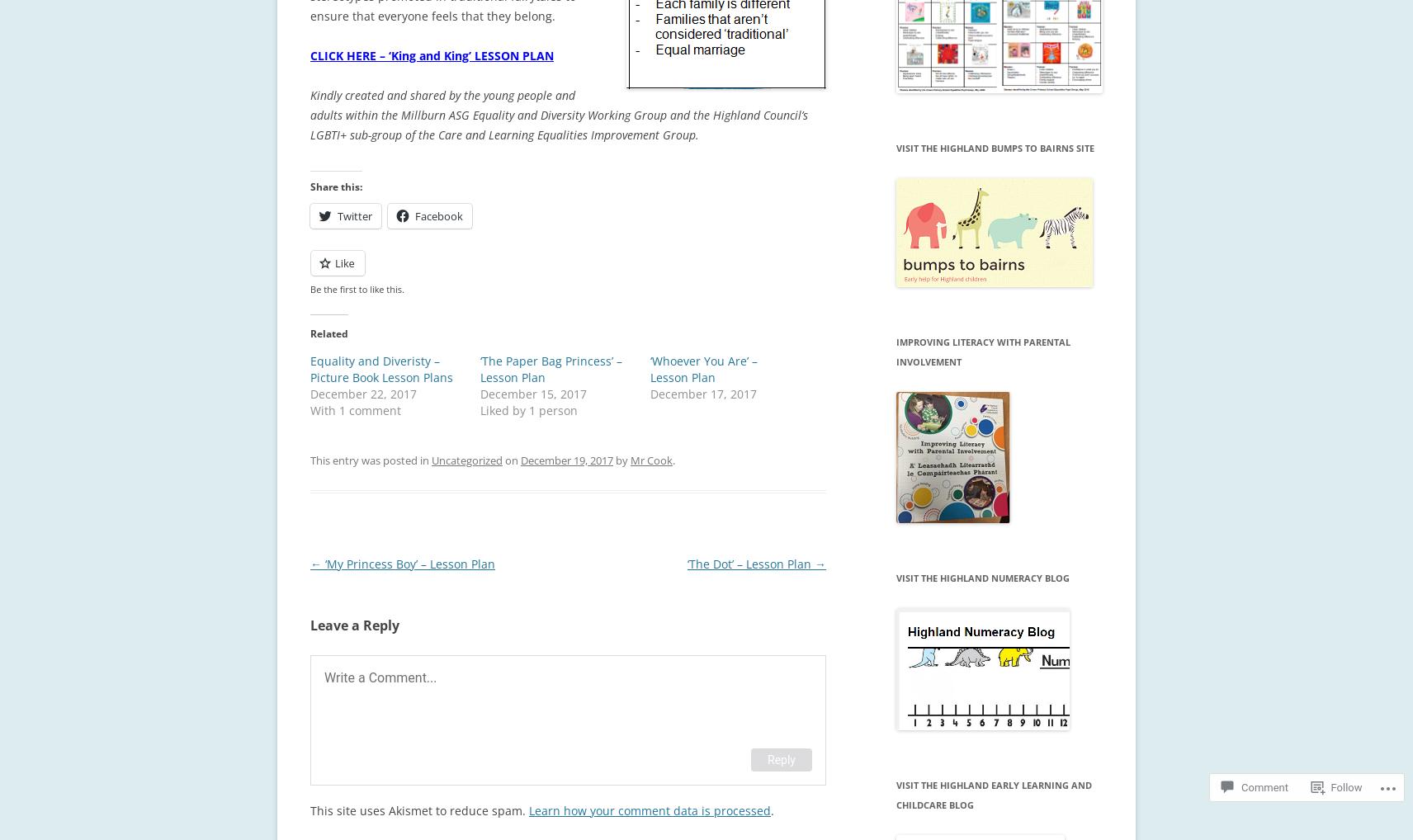 Image resolution: width=1413 pixels, height=840 pixels. Describe the element at coordinates (749, 563) in the screenshot. I see `'‘The Dot’ – Lesson Plan'` at that location.